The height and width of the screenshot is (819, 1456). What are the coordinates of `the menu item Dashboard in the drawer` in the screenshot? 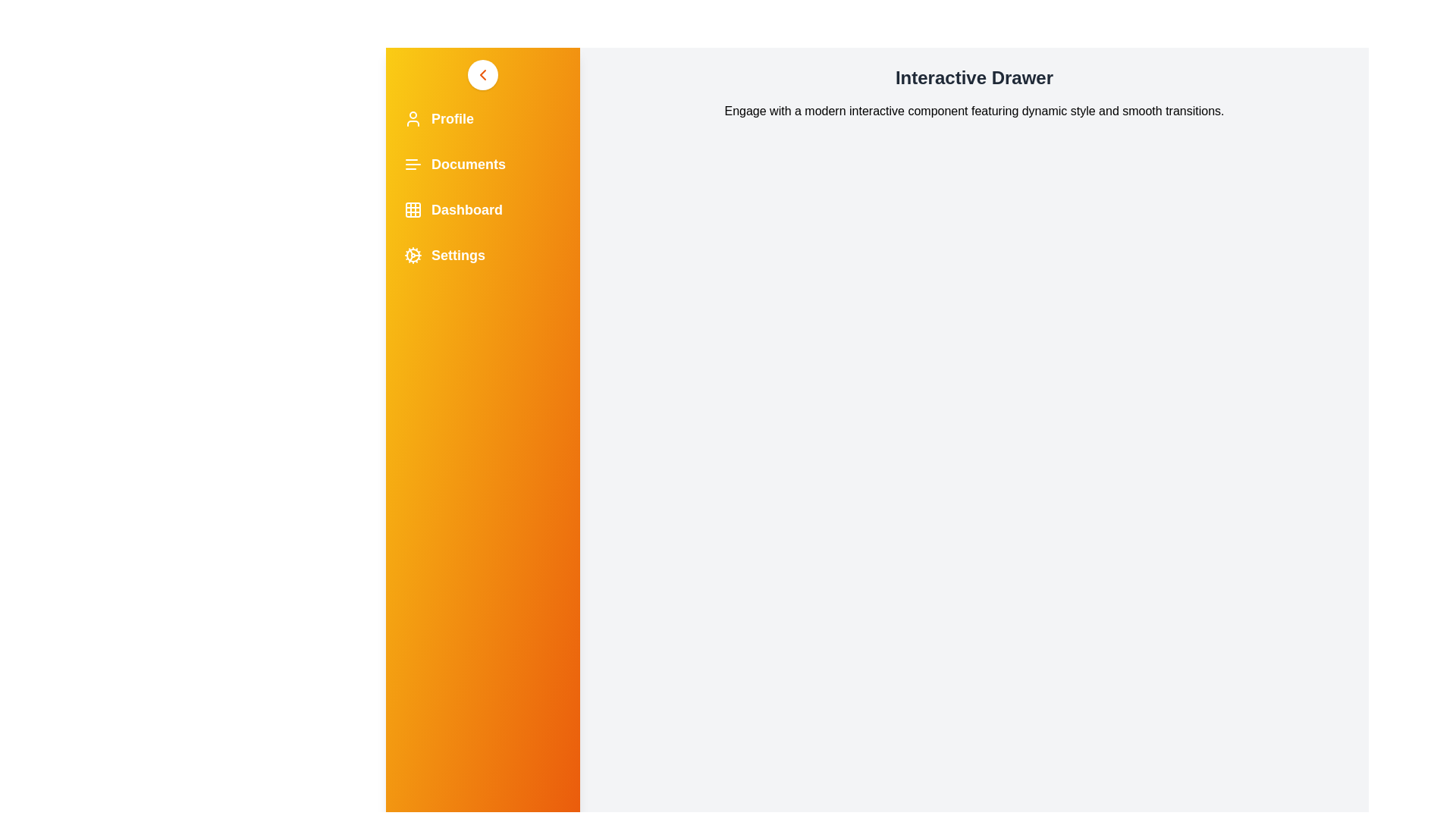 It's located at (482, 210).